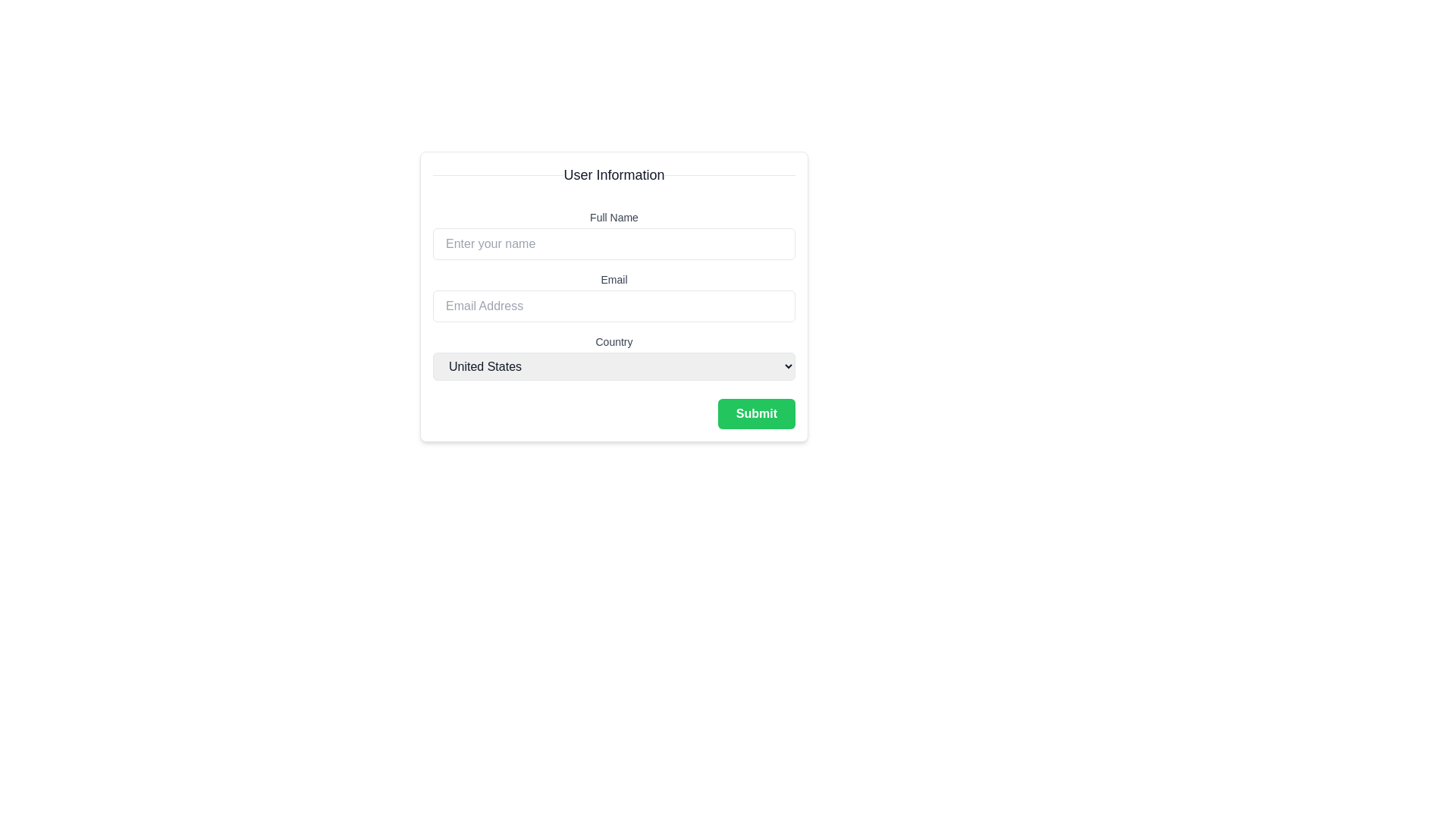 The height and width of the screenshot is (819, 1456). Describe the element at coordinates (614, 174) in the screenshot. I see `the text label that serves as the heading for the form section containing fields like 'Full Name', 'Email', and 'Country'` at that location.